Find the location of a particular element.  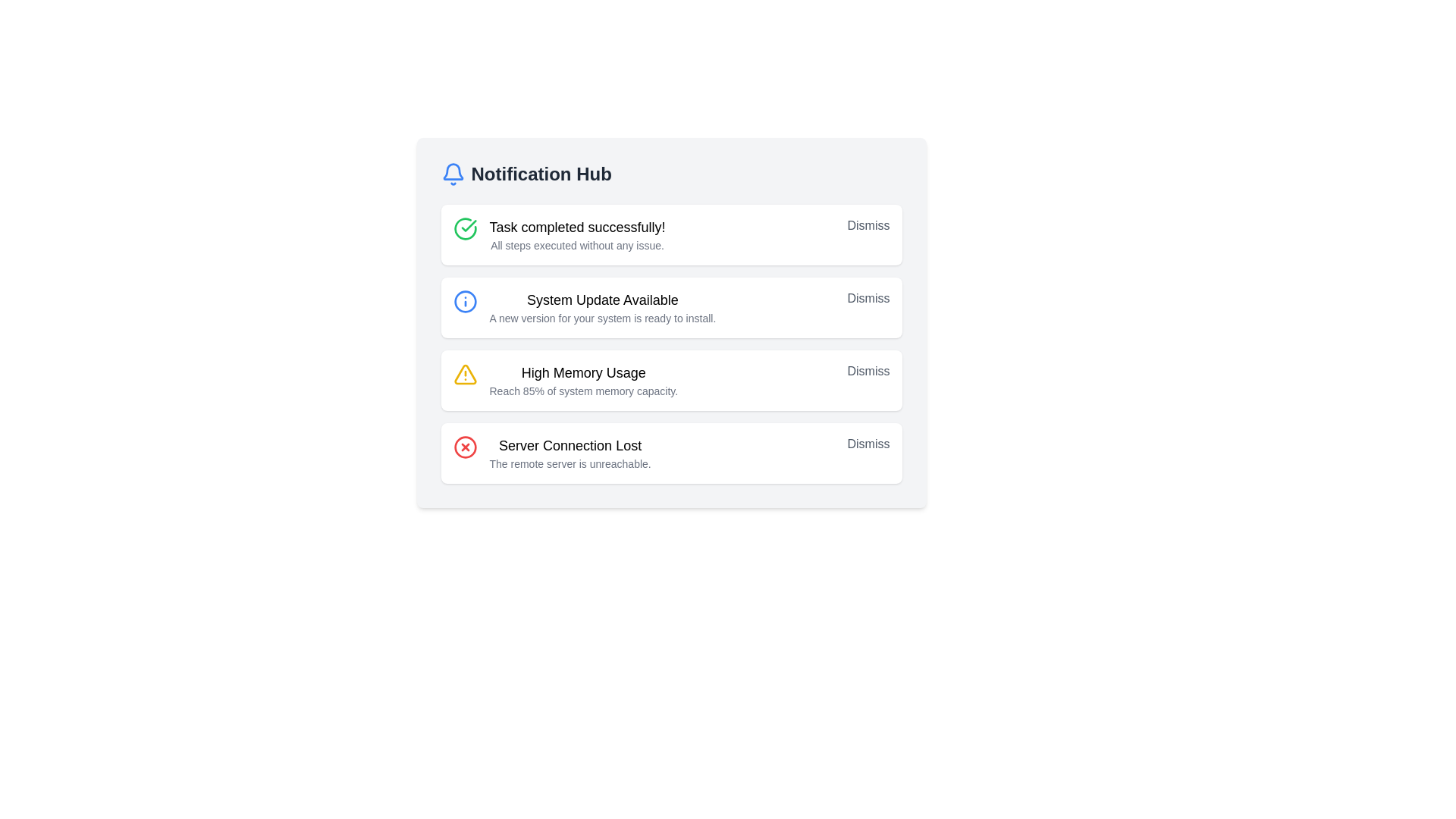

the title text of the notification message indicating that the server connection is lost, located at the bottom of the 'Notification Hub' list is located at coordinates (570, 444).